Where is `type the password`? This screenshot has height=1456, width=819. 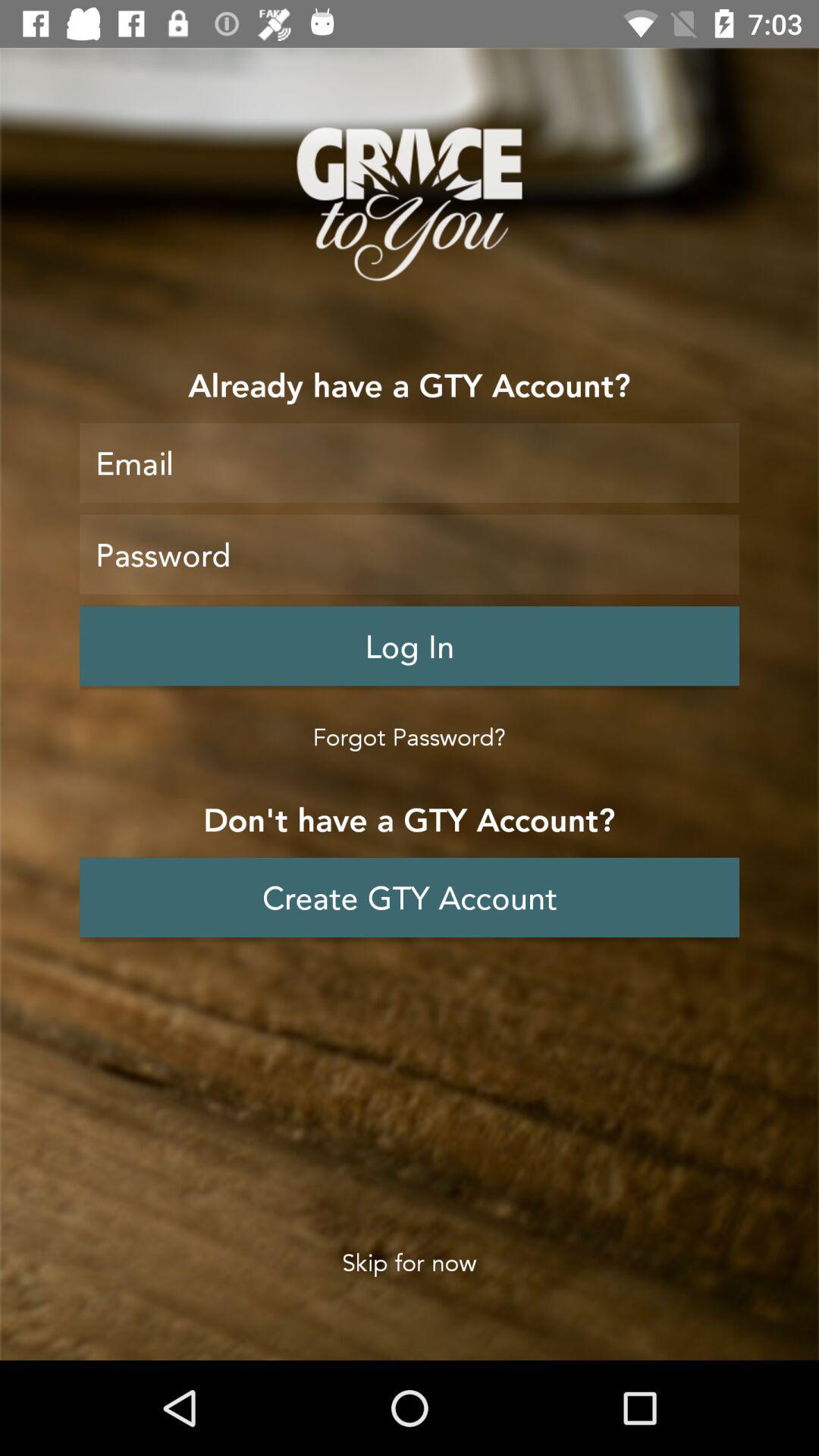 type the password is located at coordinates (409, 554).